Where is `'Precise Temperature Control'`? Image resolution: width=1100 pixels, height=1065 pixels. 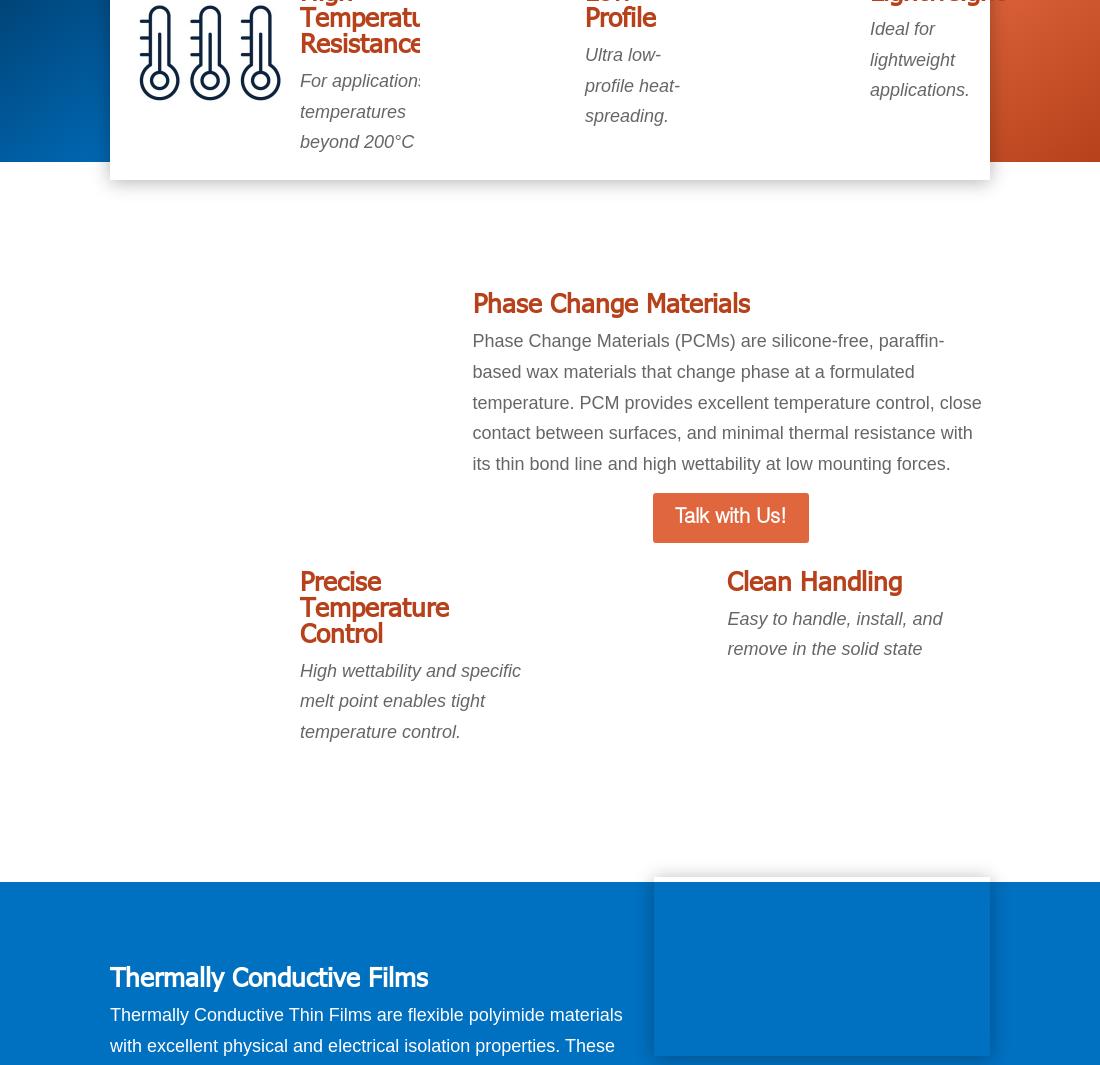 'Precise Temperature Control' is located at coordinates (374, 605).